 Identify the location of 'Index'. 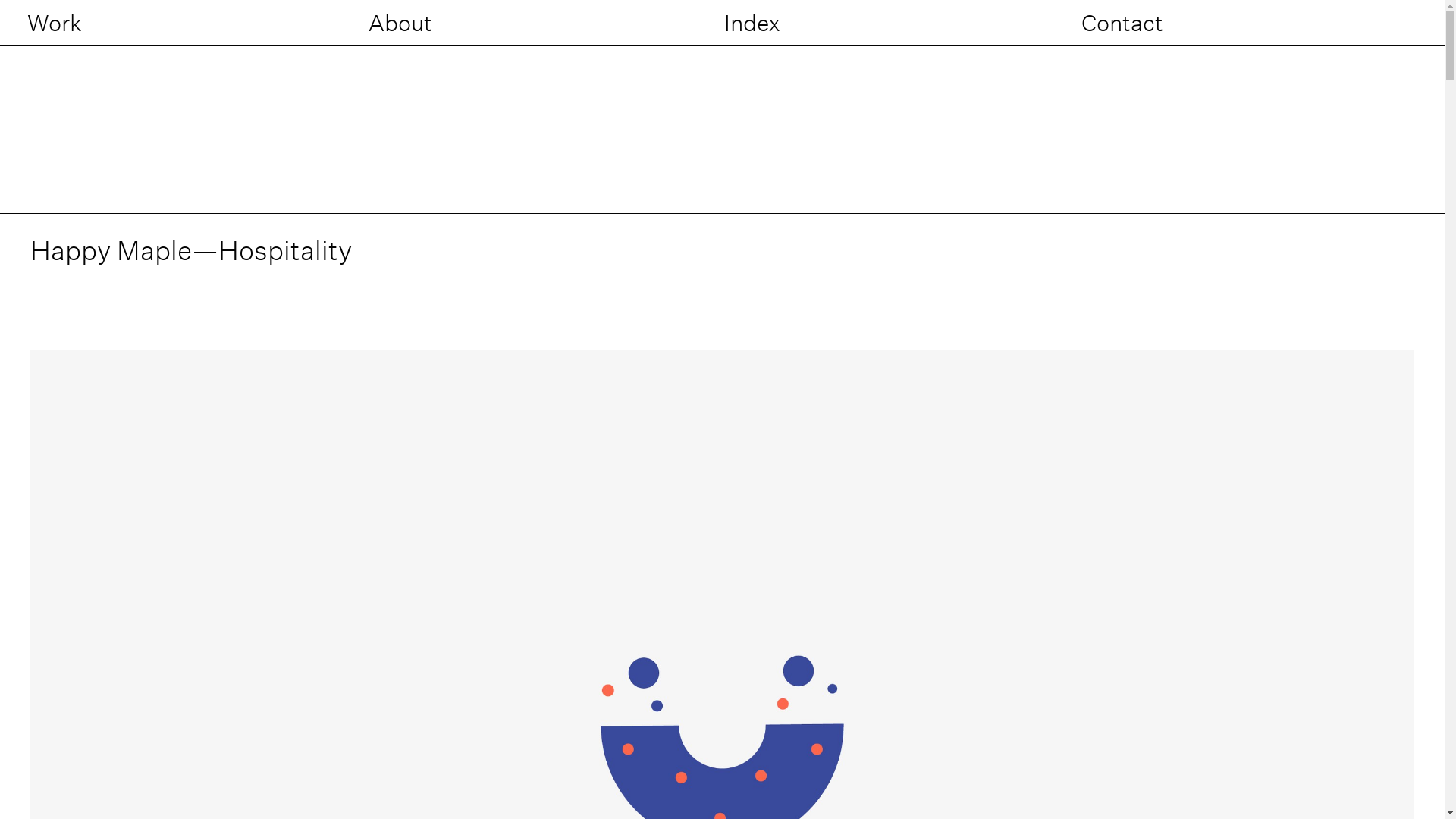
(752, 23).